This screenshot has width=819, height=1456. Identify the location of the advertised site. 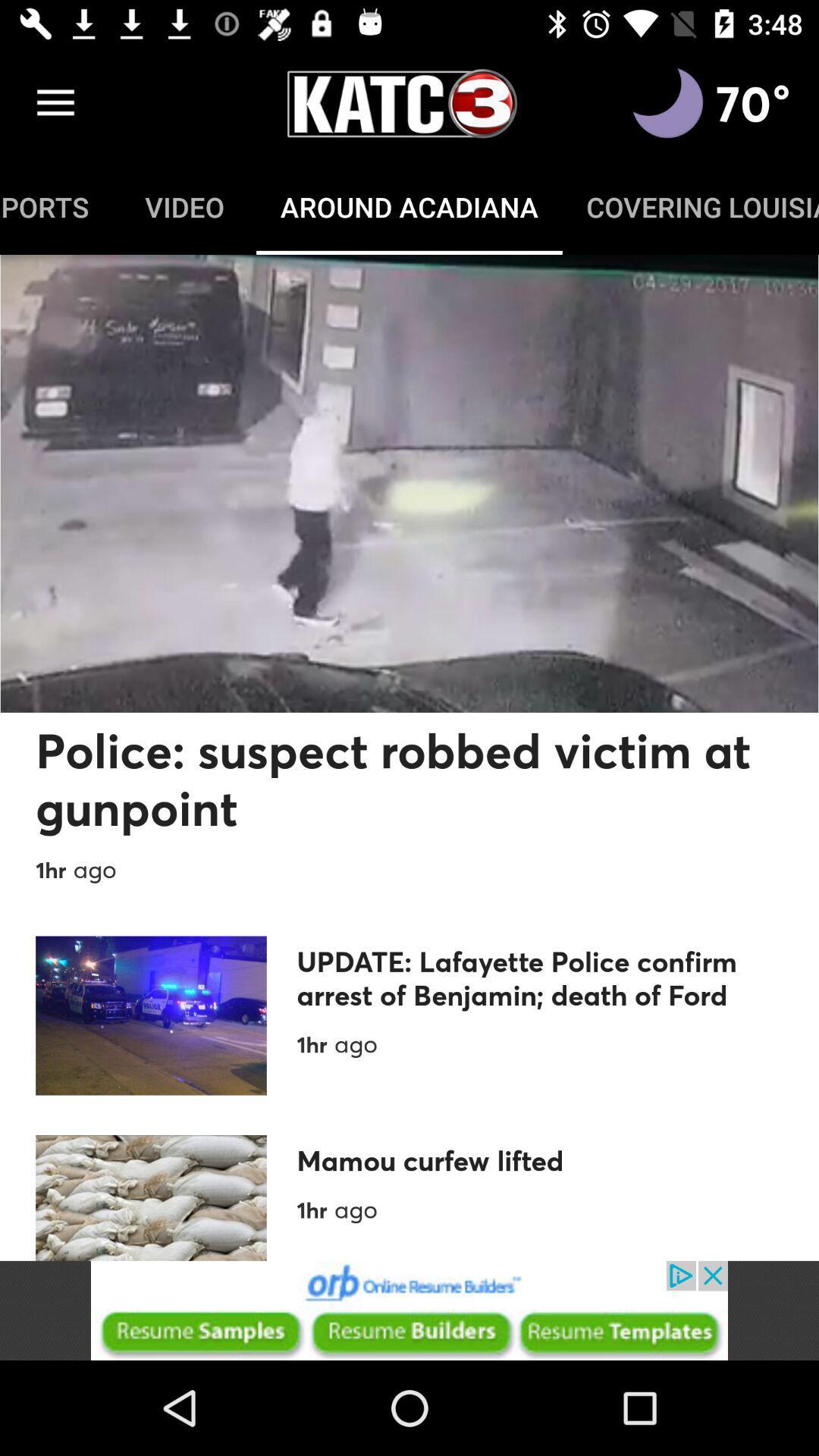
(409, 1310).